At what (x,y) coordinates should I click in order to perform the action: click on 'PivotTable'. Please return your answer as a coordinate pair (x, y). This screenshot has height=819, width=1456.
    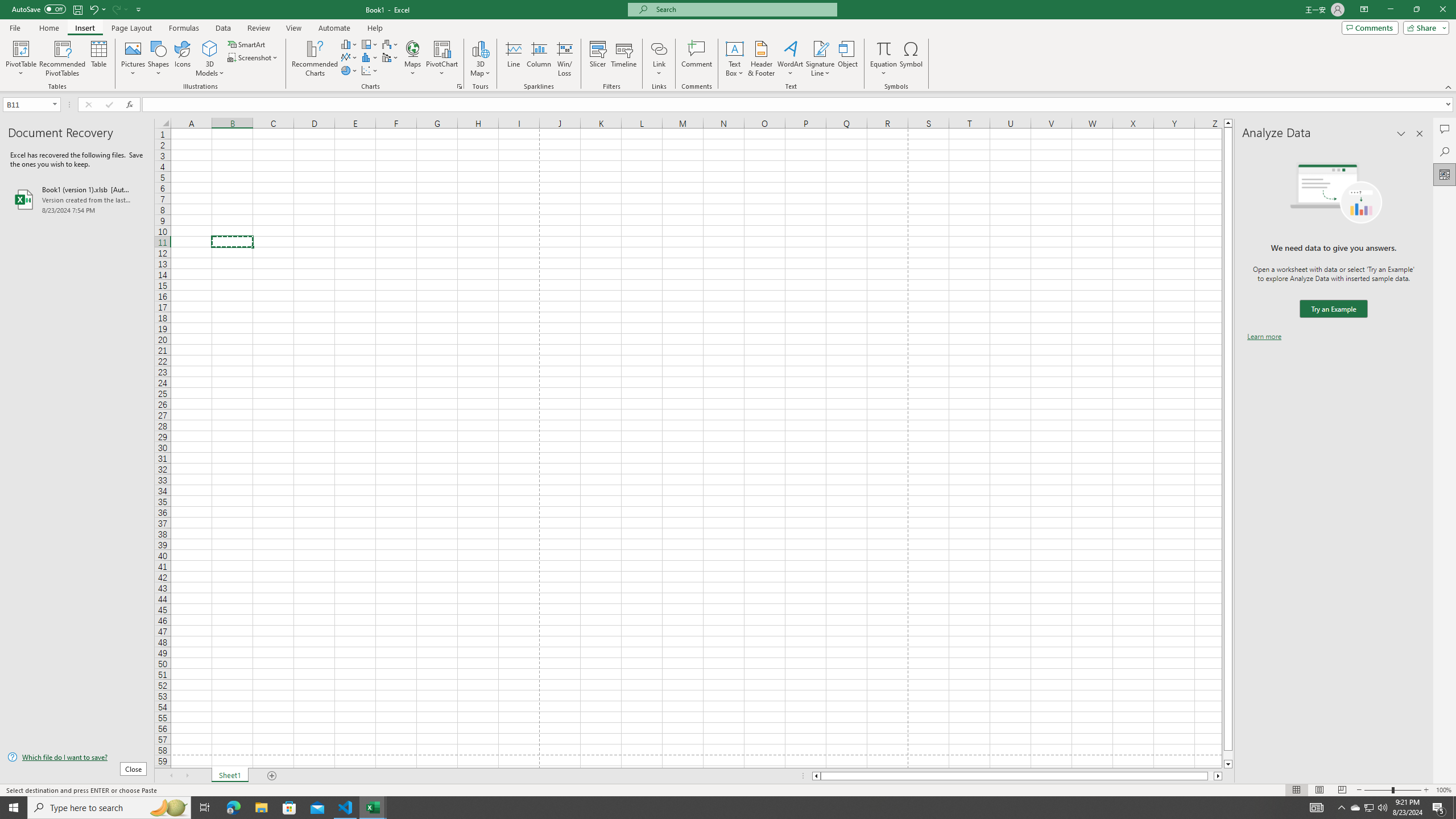
    Looking at the image, I should click on (20, 59).